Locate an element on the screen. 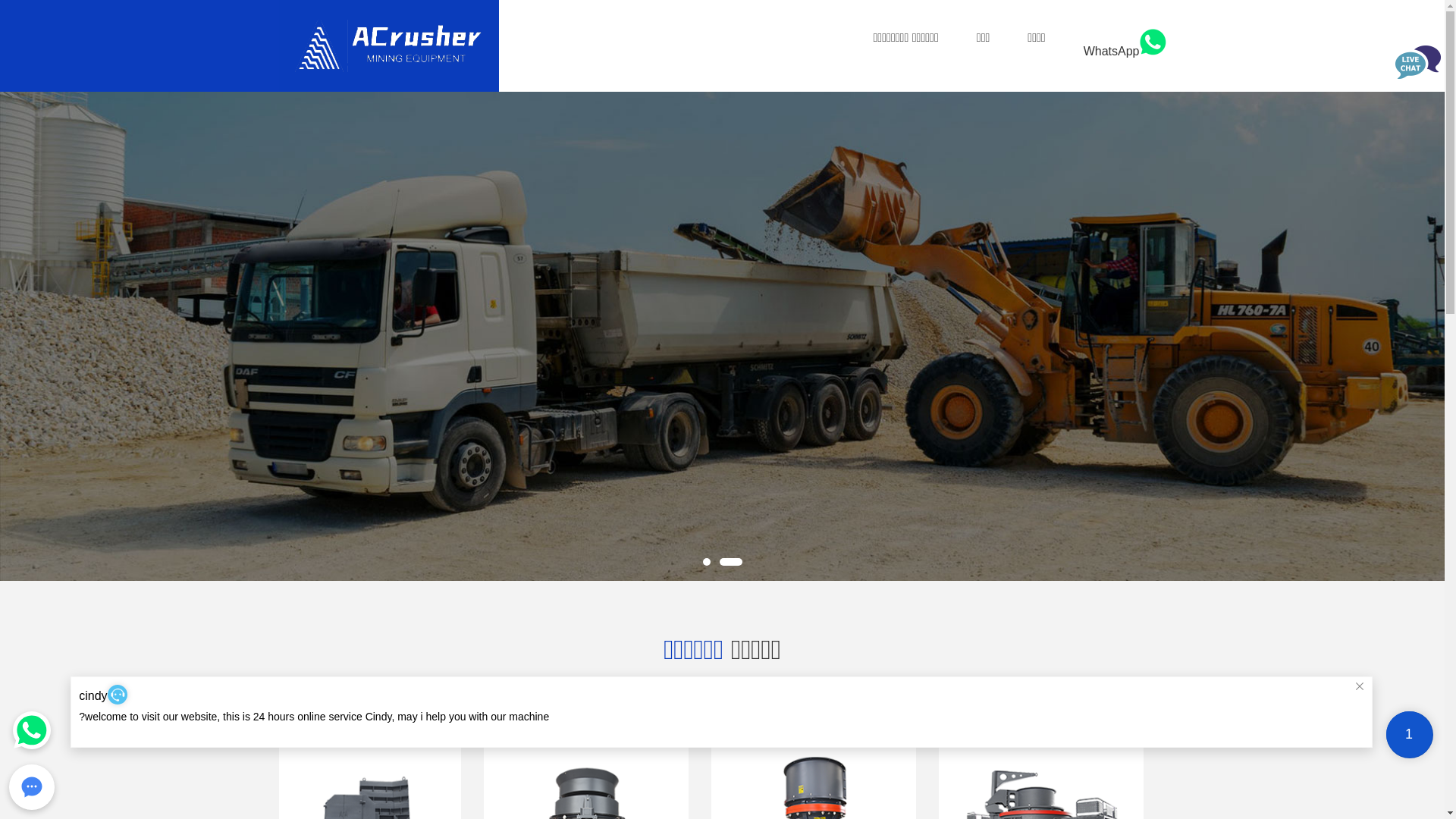 This screenshot has width=1456, height=819. 'WhatsApp' is located at coordinates (1083, 50).